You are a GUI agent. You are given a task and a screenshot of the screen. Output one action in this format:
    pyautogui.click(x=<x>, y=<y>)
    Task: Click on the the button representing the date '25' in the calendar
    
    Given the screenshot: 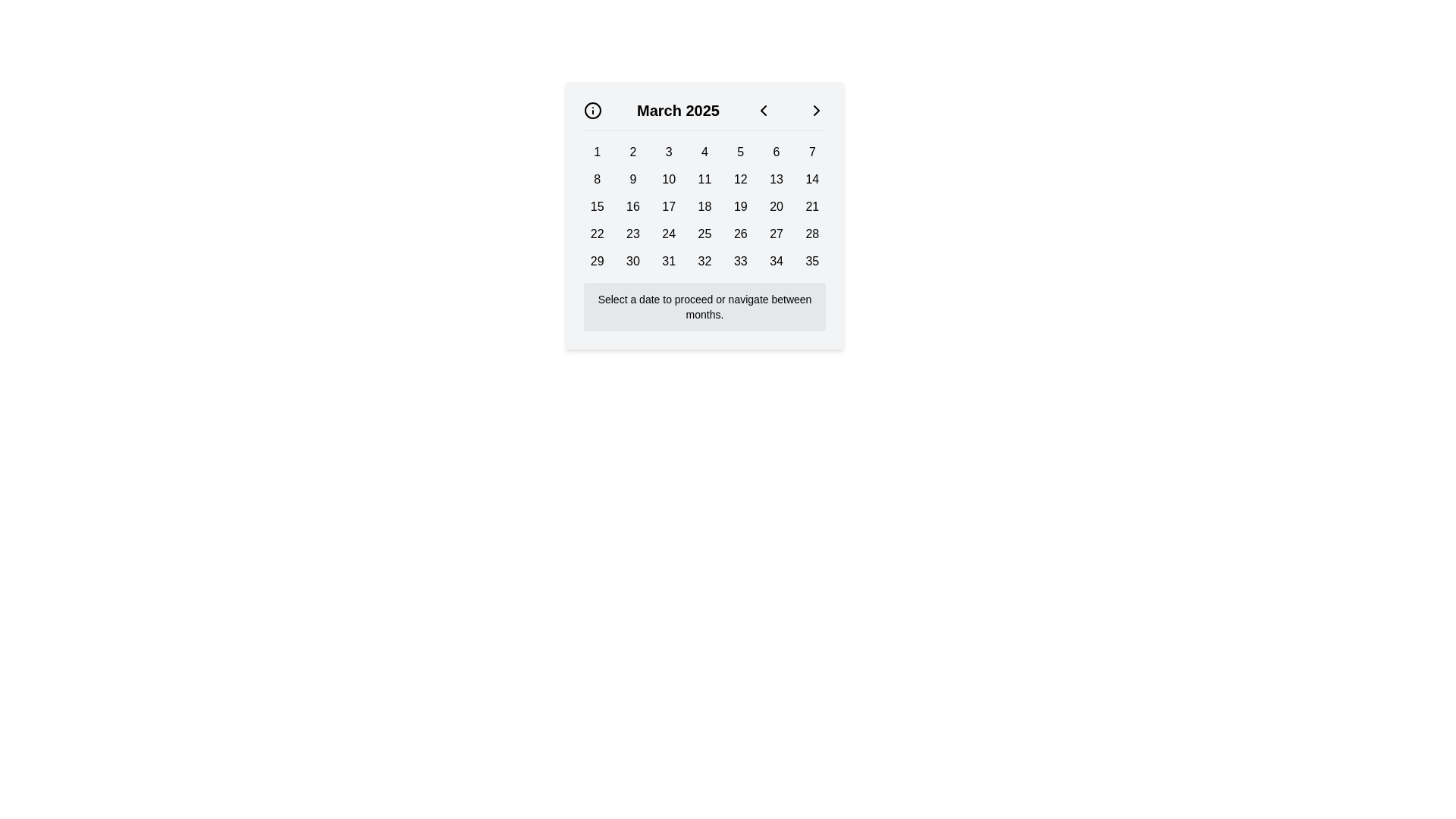 What is the action you would take?
    pyautogui.click(x=704, y=234)
    